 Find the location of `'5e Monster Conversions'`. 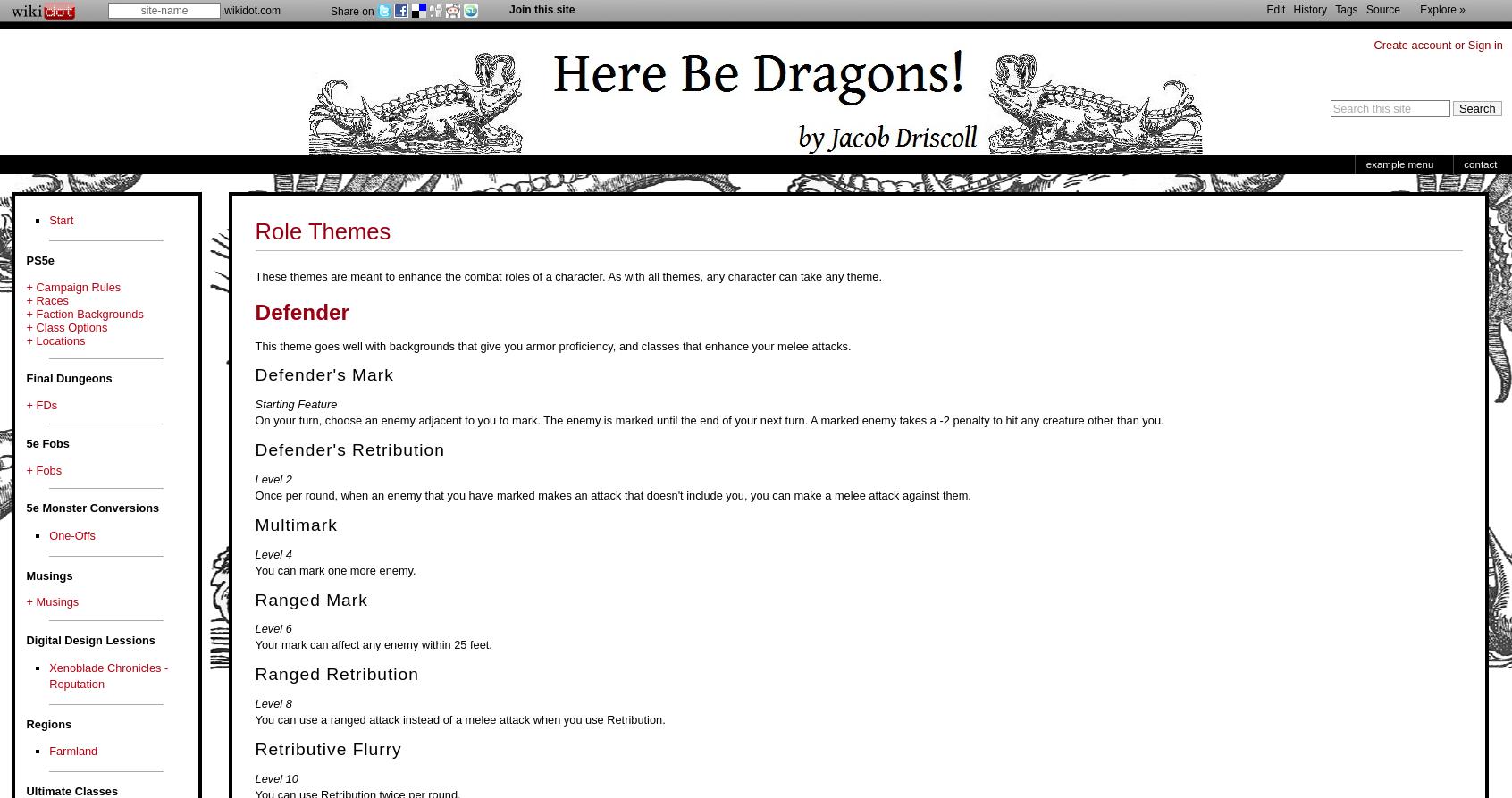

'5e Monster Conversions' is located at coordinates (92, 507).